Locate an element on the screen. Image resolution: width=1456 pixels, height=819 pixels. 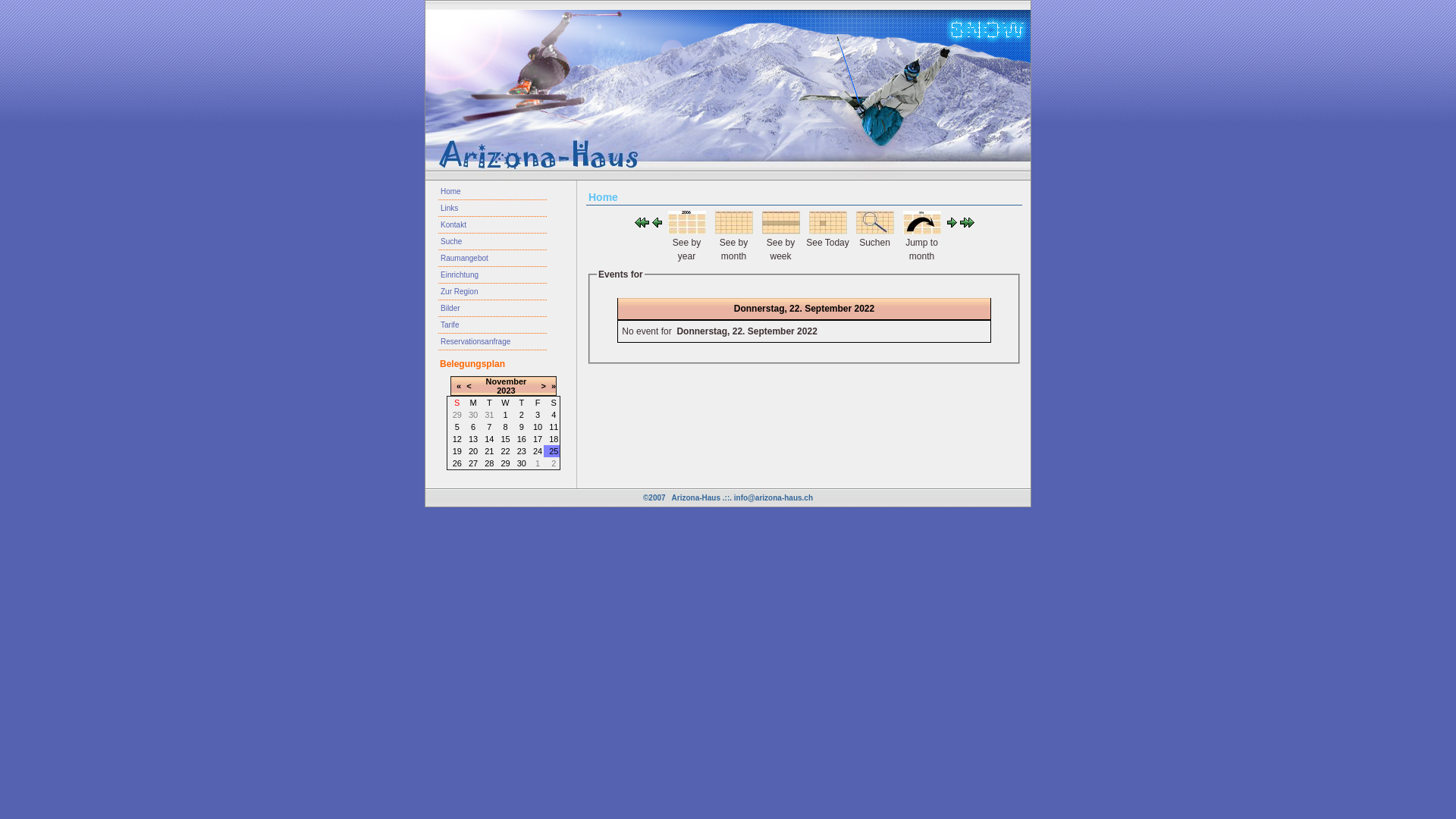
'13' is located at coordinates (472, 438).